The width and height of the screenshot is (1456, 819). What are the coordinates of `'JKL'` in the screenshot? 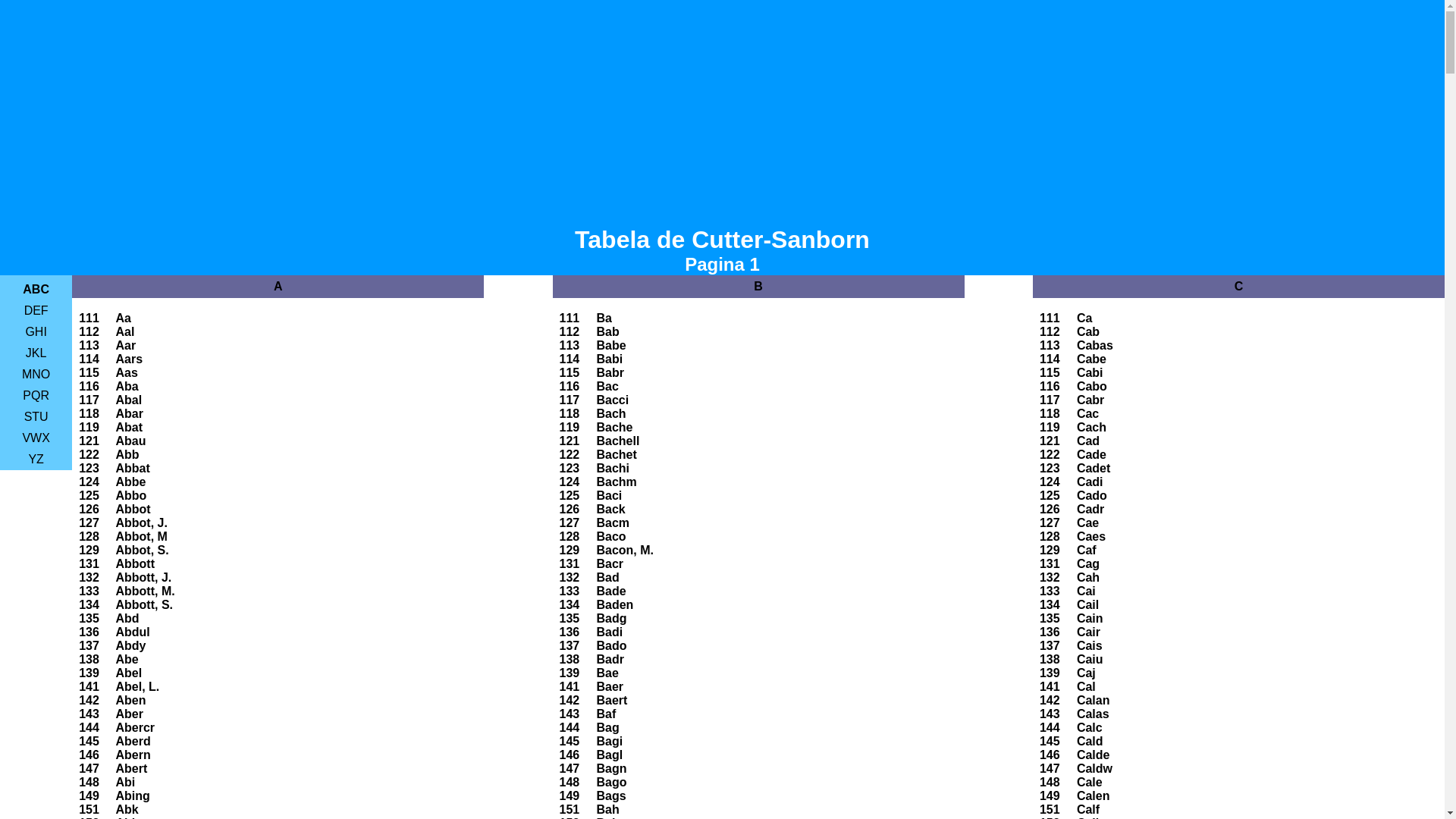 It's located at (36, 353).